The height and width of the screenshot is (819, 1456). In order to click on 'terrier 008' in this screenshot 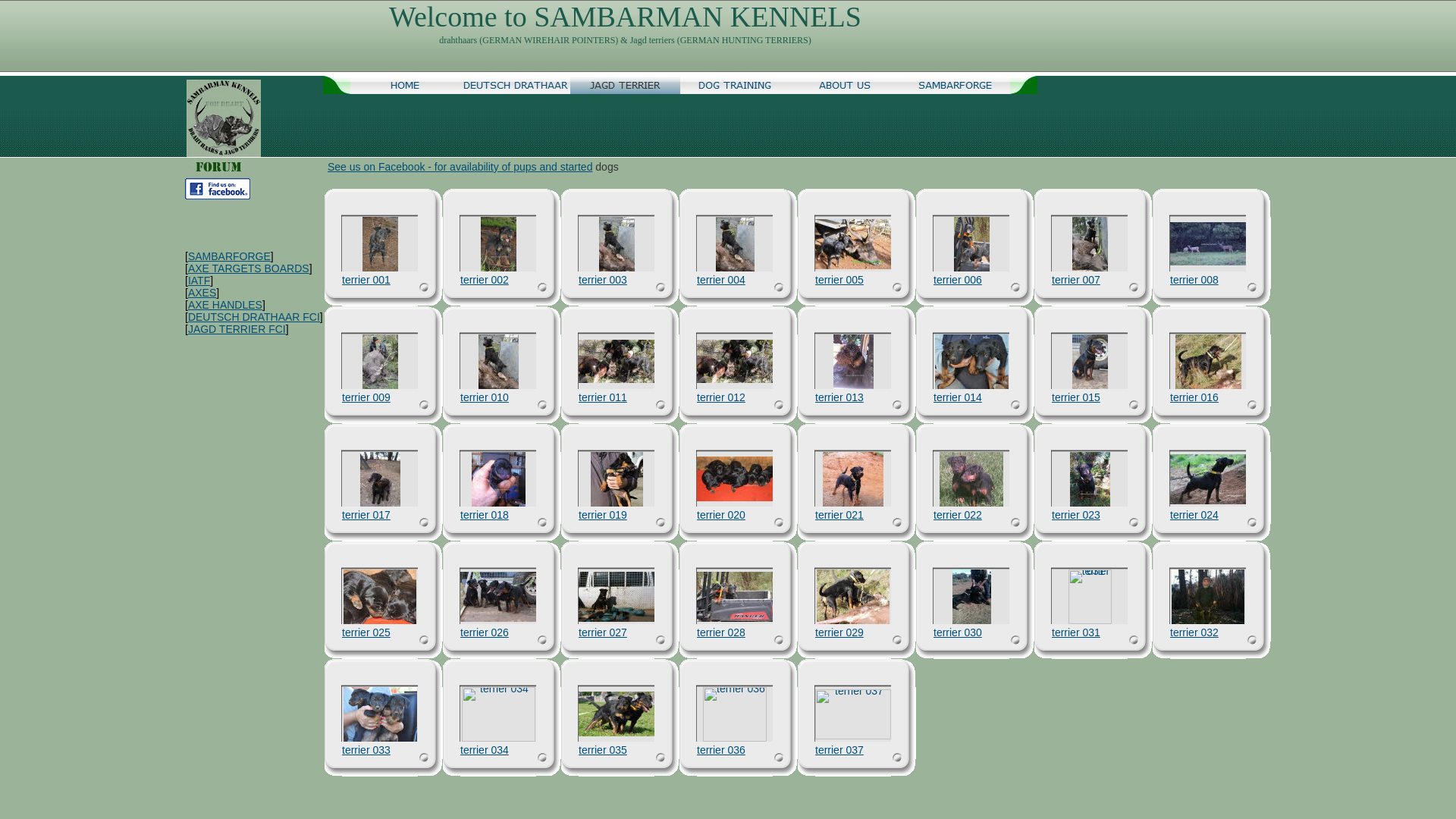, I will do `click(1193, 280)`.